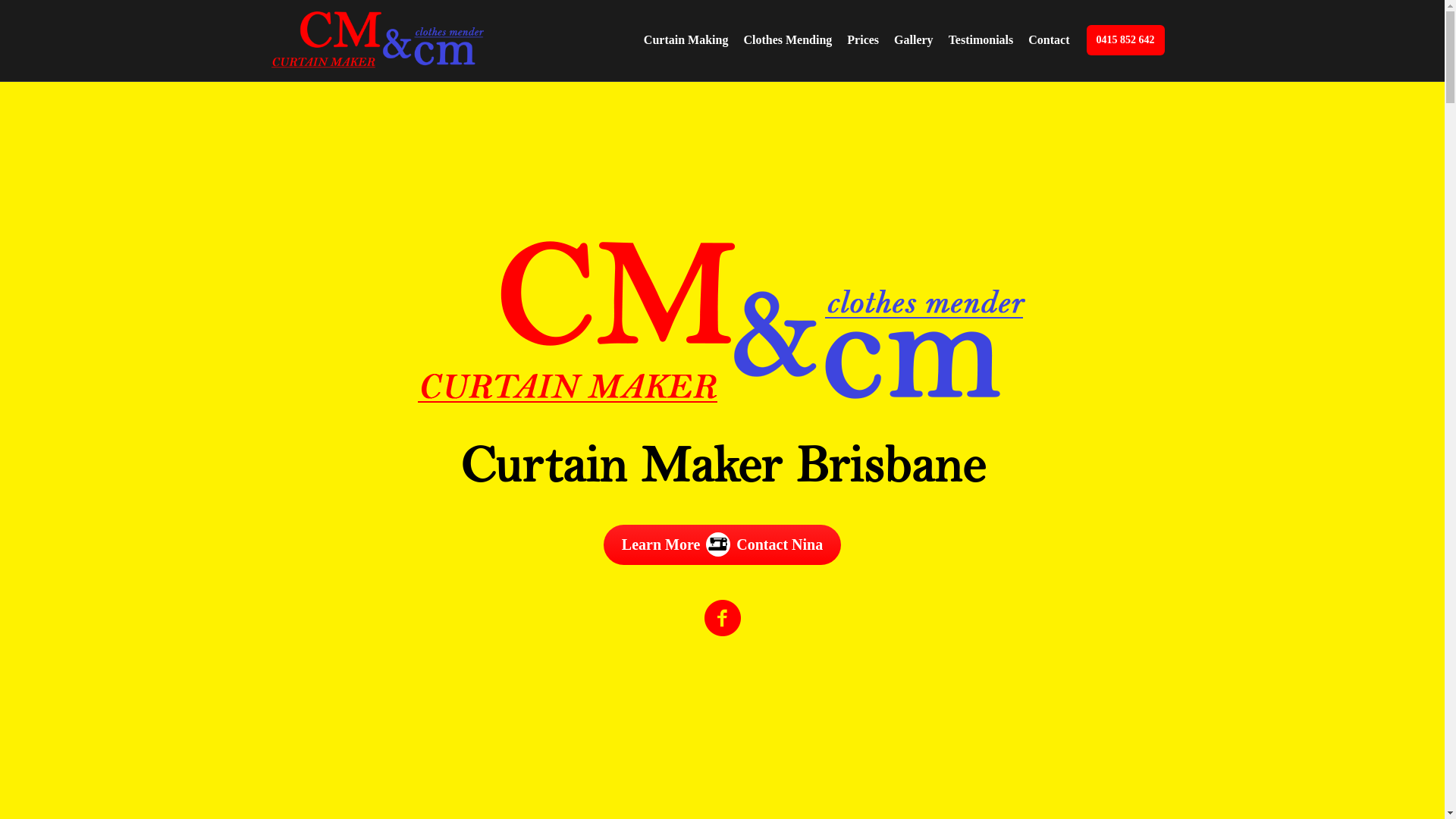 Image resolution: width=1456 pixels, height=819 pixels. Describe the element at coordinates (912, 39) in the screenshot. I see `'Gallery'` at that location.